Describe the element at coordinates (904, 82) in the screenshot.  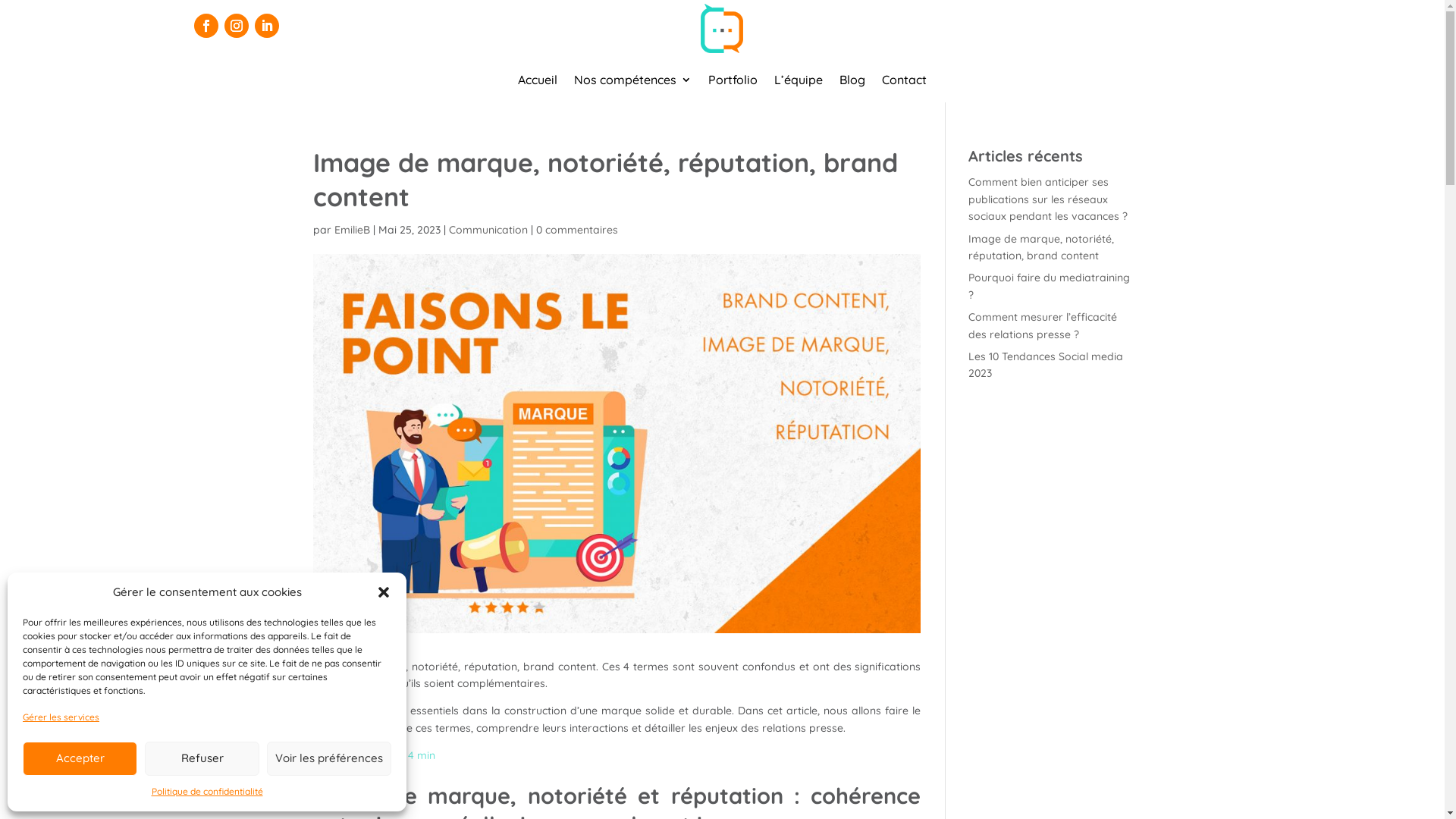
I see `'Contact'` at that location.